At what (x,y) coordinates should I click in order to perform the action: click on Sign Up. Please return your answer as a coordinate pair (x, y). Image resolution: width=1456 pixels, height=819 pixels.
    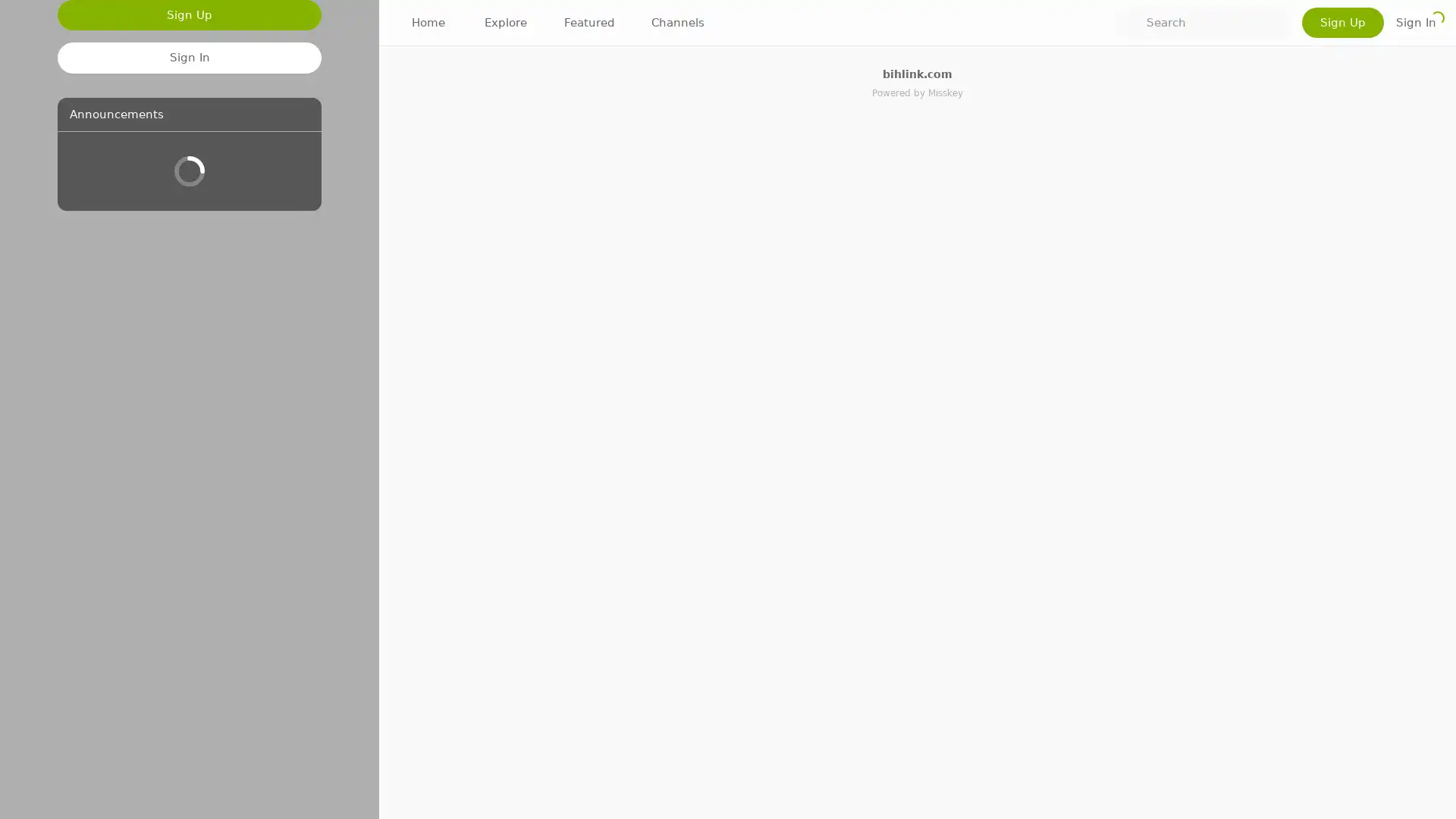
    Looking at the image, I should click on (188, 161).